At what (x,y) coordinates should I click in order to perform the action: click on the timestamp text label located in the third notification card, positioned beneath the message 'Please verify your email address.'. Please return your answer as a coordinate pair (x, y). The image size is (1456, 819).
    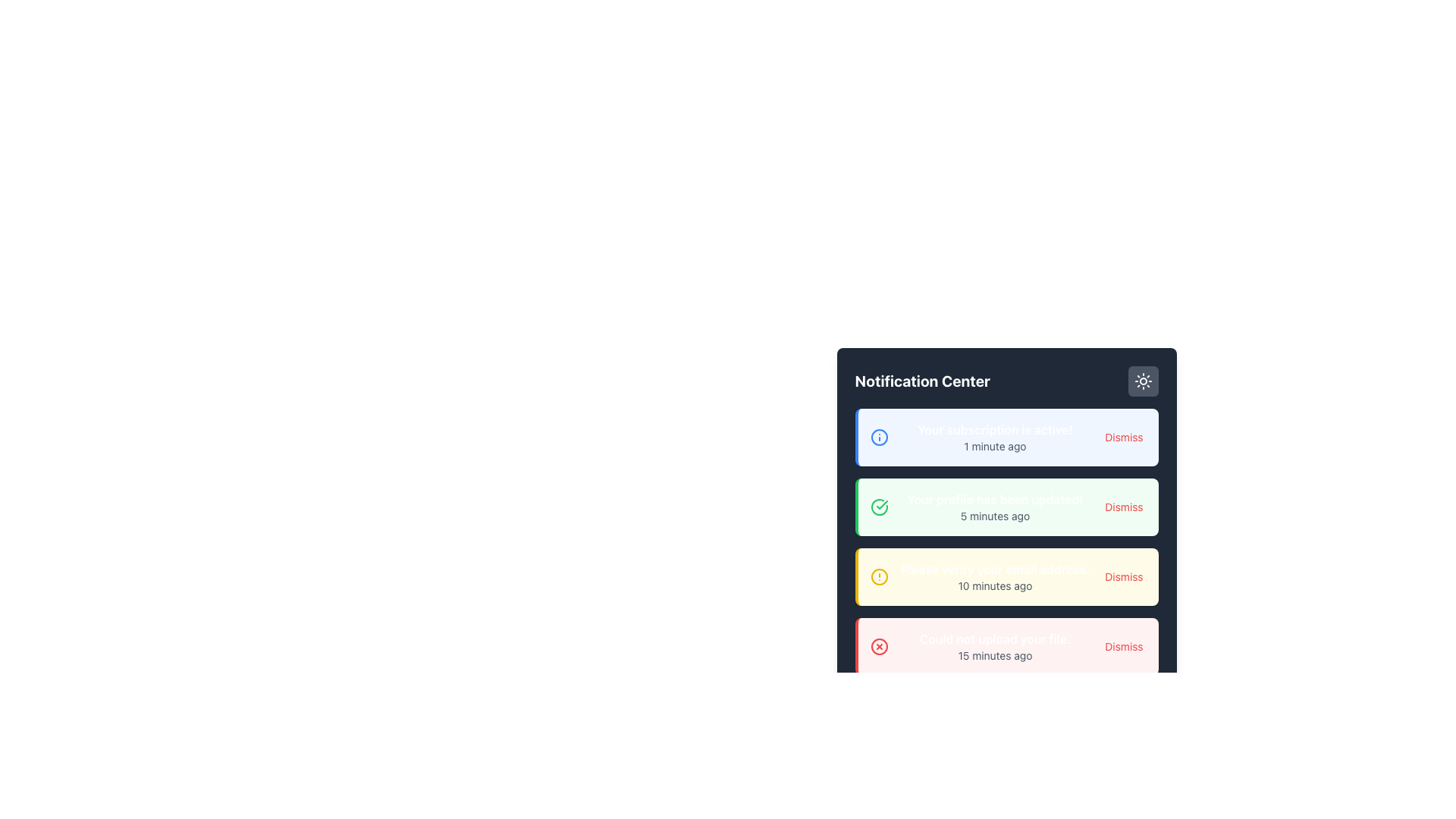
    Looking at the image, I should click on (995, 585).